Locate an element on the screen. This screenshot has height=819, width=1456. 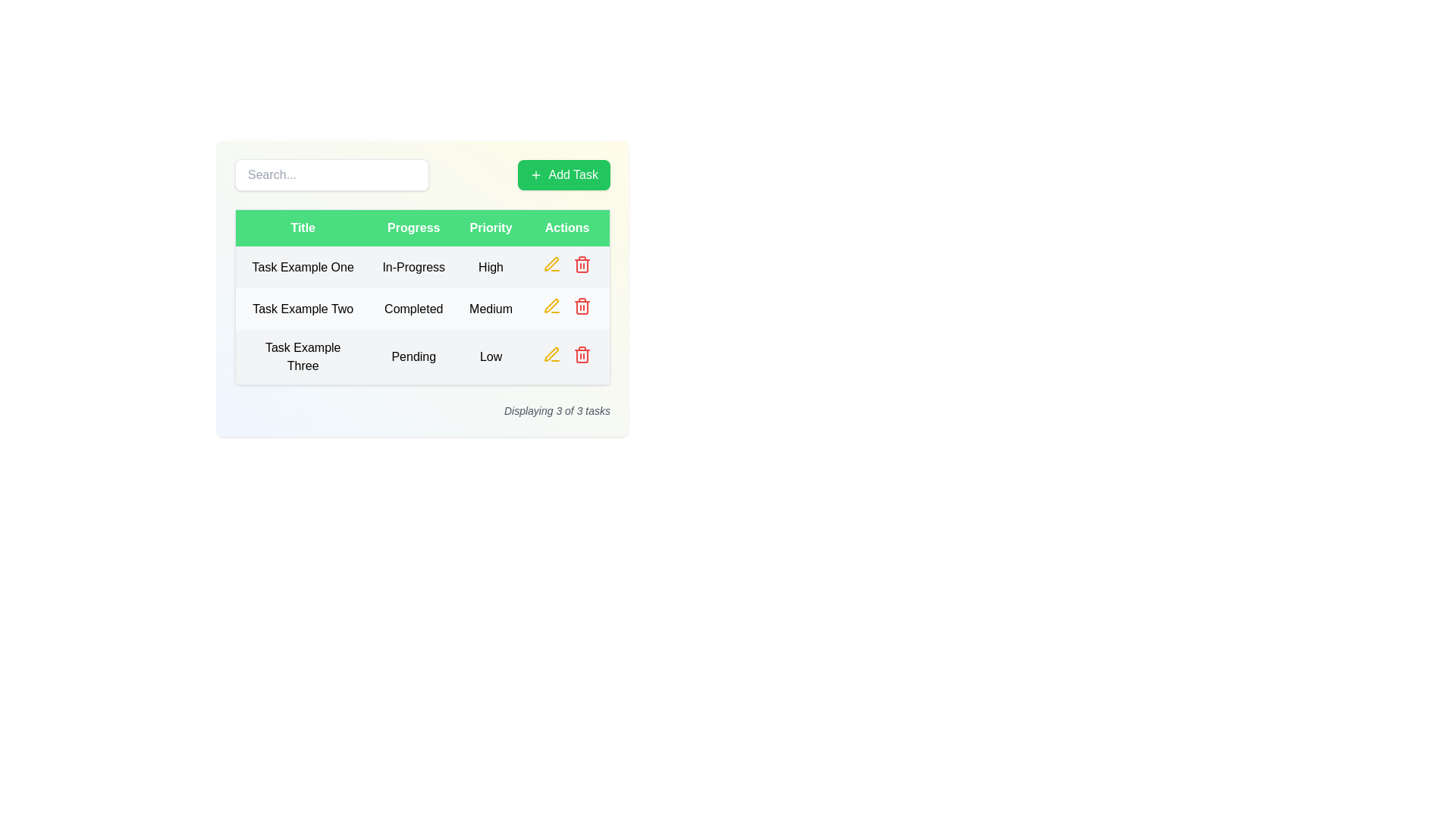
the edit action icon located in the 'Actions' column of the last row associated with 'Task Example Three', positioned on the far right of the table, preceding the trash icon is located at coordinates (551, 306).